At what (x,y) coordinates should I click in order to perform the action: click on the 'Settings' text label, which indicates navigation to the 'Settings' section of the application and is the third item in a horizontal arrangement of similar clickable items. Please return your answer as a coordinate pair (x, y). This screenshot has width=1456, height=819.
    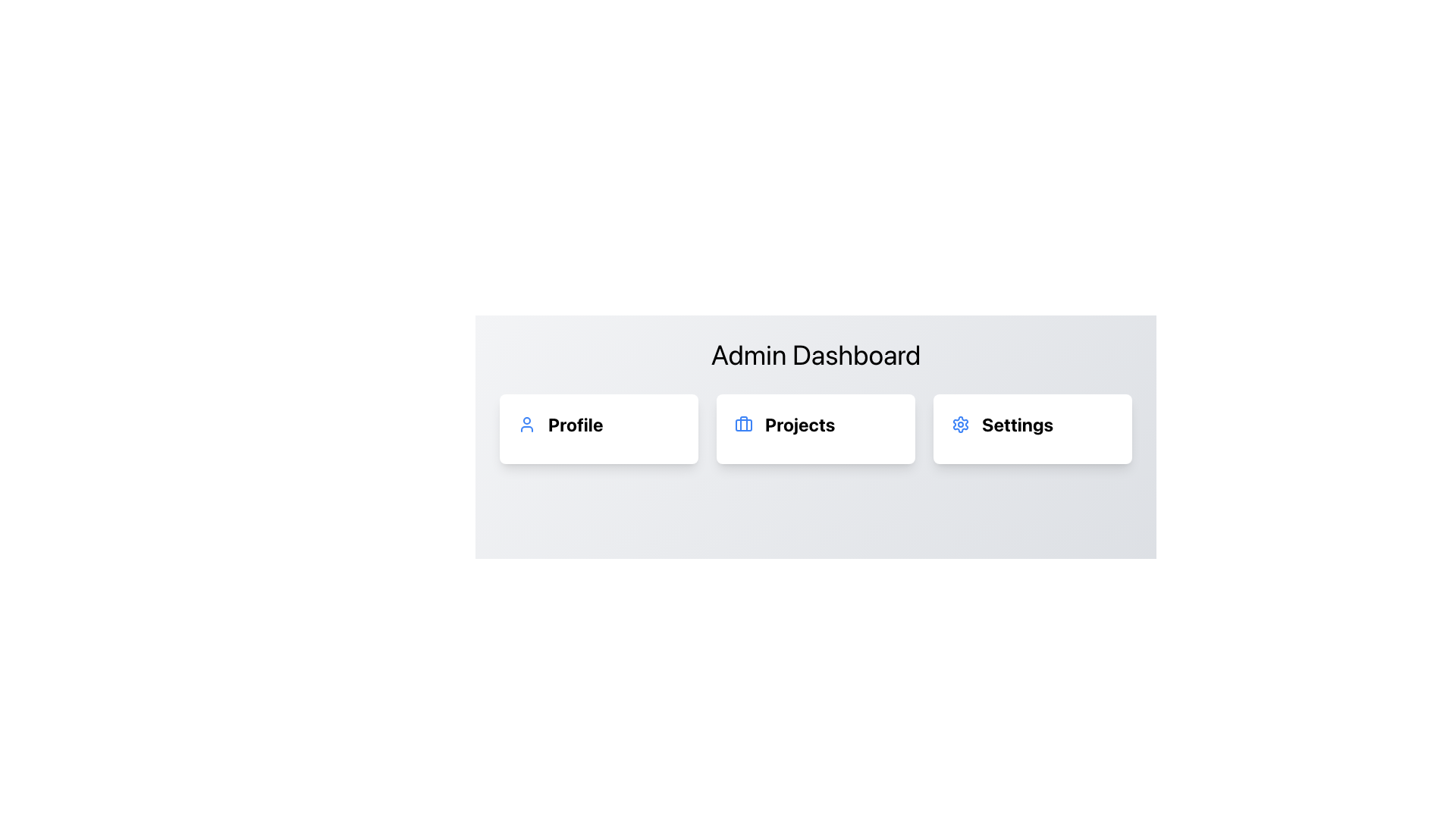
    Looking at the image, I should click on (1018, 424).